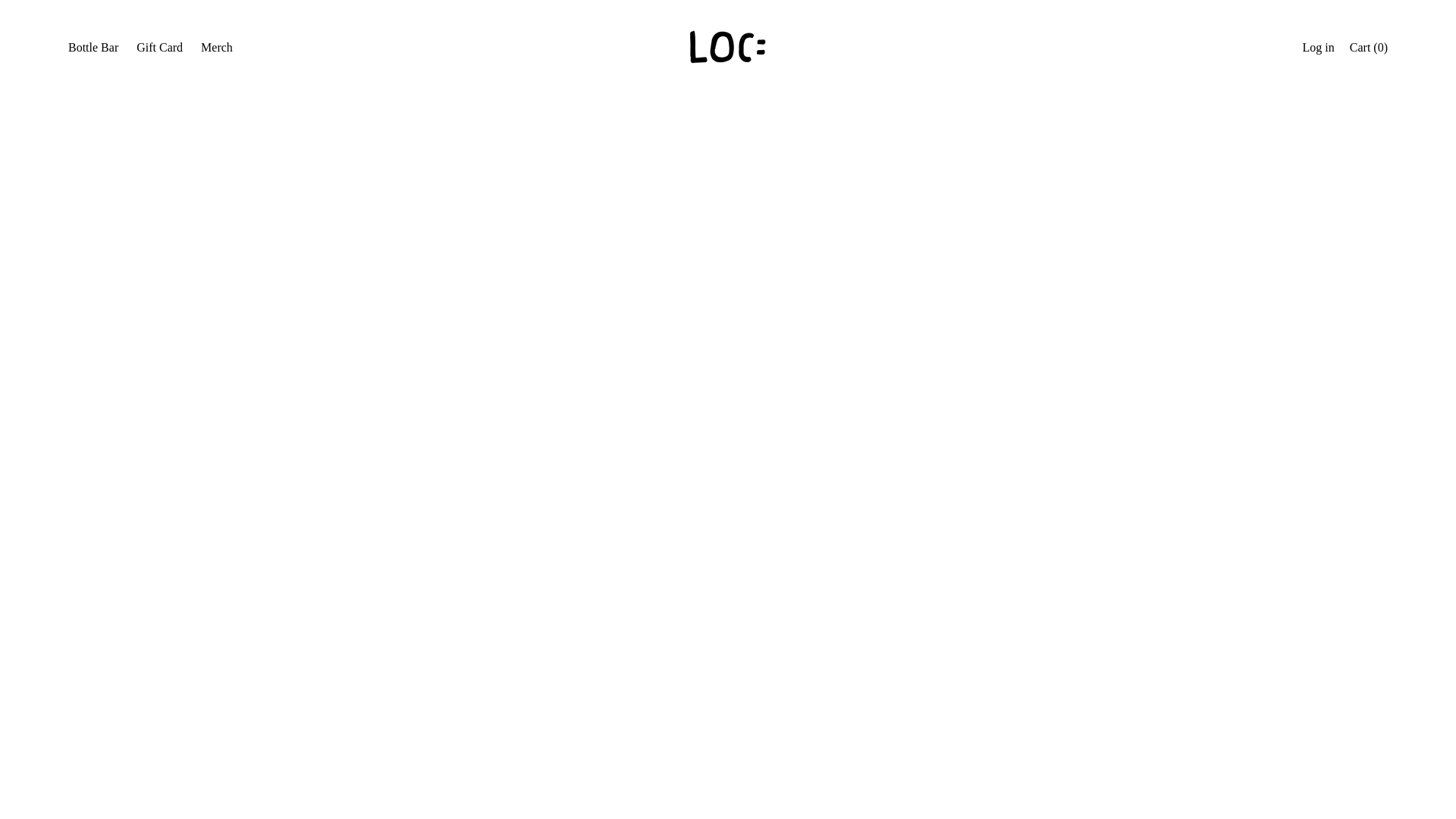 Image resolution: width=1456 pixels, height=819 pixels. I want to click on 'Cart (0)', so click(1368, 49).